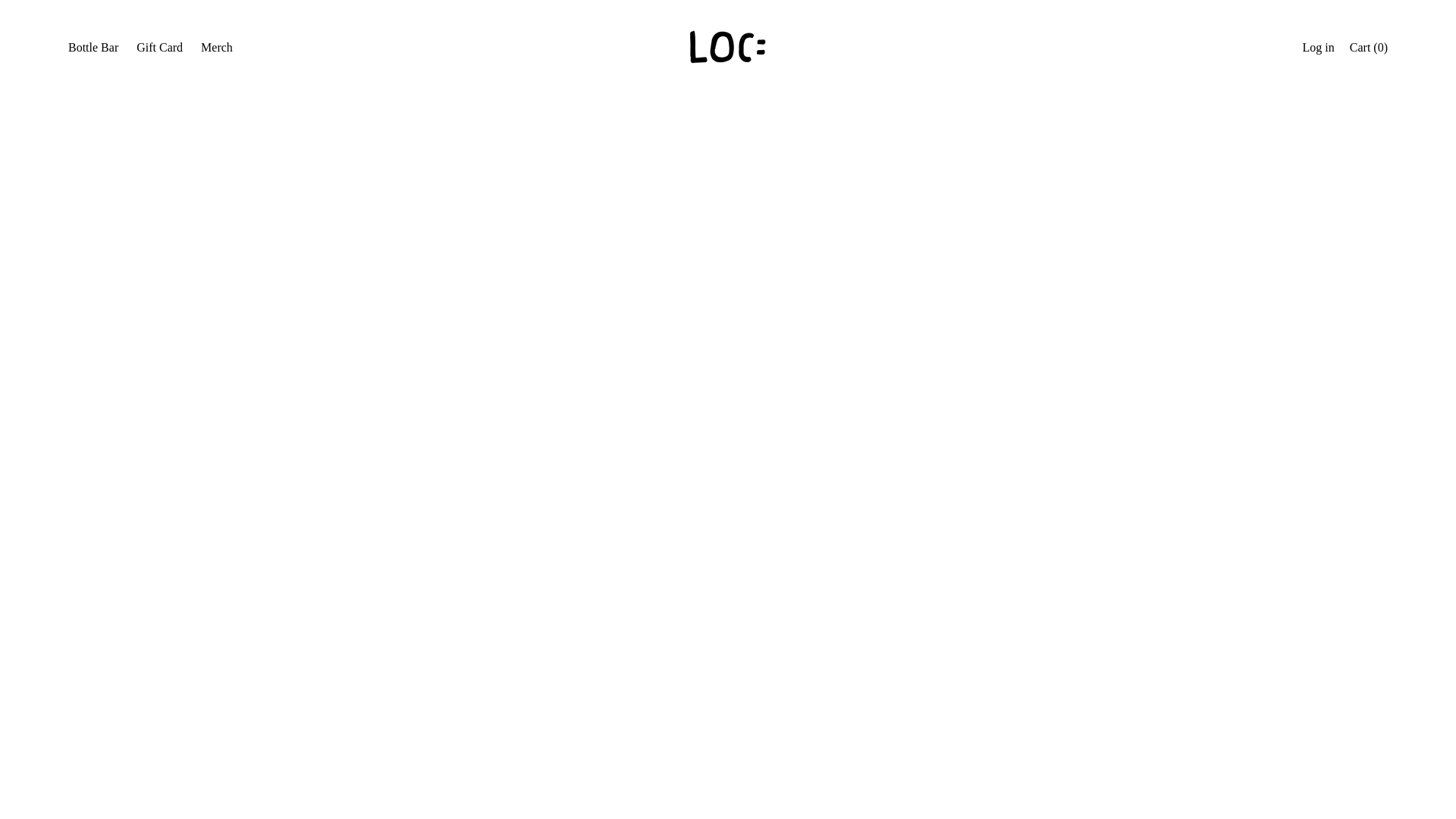 Image resolution: width=1456 pixels, height=819 pixels. I want to click on 'Cart (0)', so click(1368, 49).